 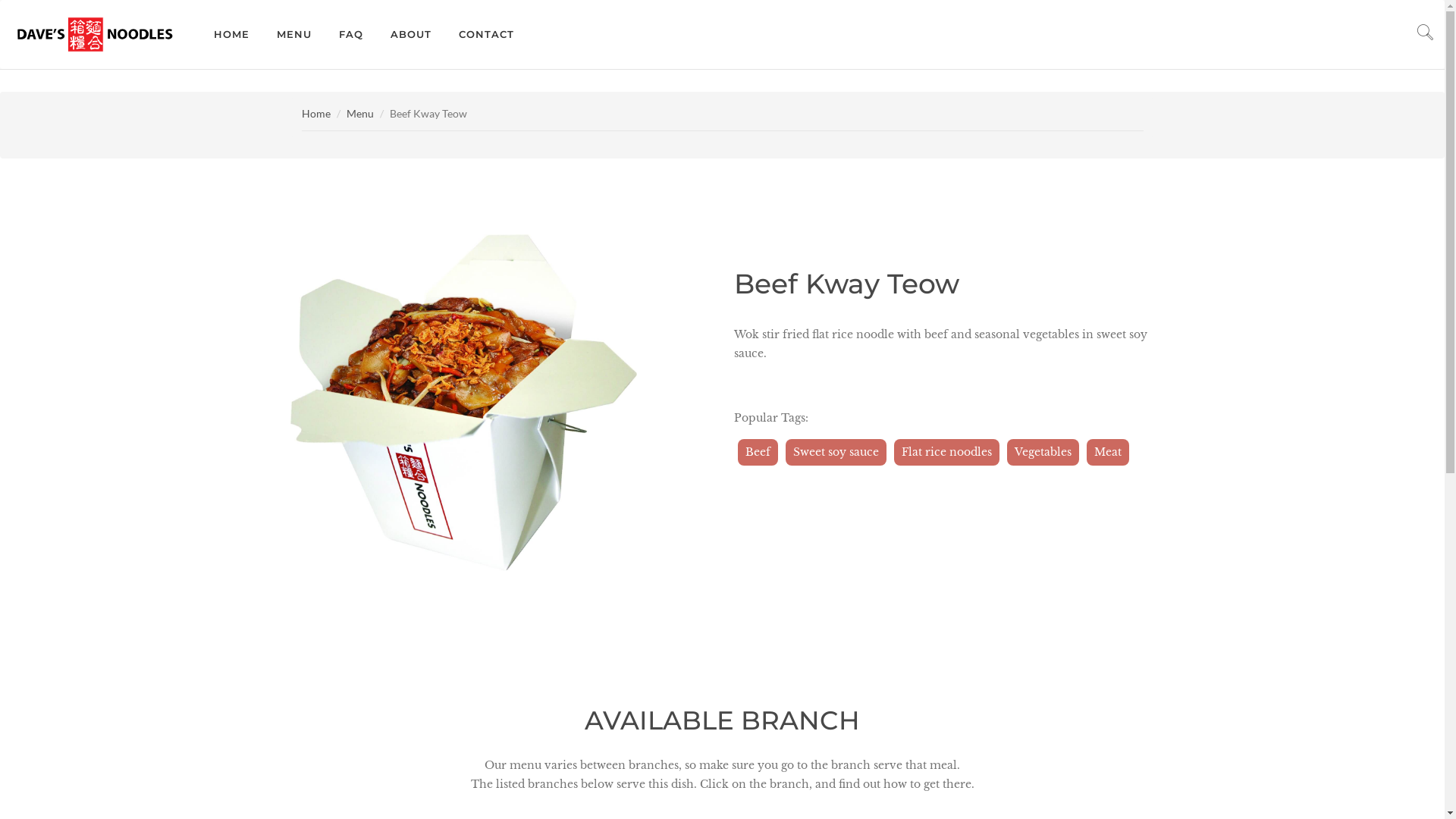 What do you see at coordinates (315, 112) in the screenshot?
I see `'Home'` at bounding box center [315, 112].